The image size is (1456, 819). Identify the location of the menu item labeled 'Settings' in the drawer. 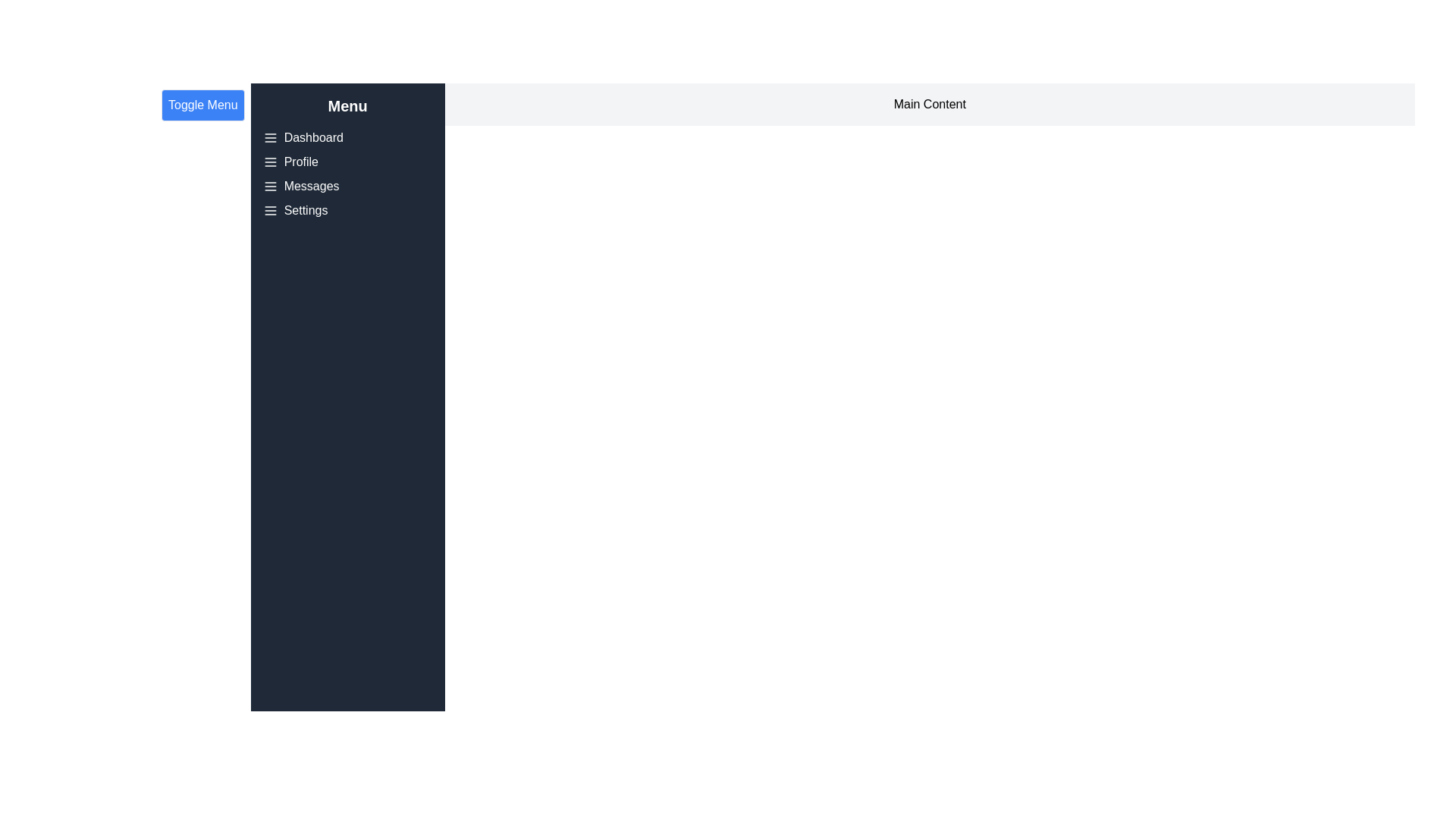
(305, 210).